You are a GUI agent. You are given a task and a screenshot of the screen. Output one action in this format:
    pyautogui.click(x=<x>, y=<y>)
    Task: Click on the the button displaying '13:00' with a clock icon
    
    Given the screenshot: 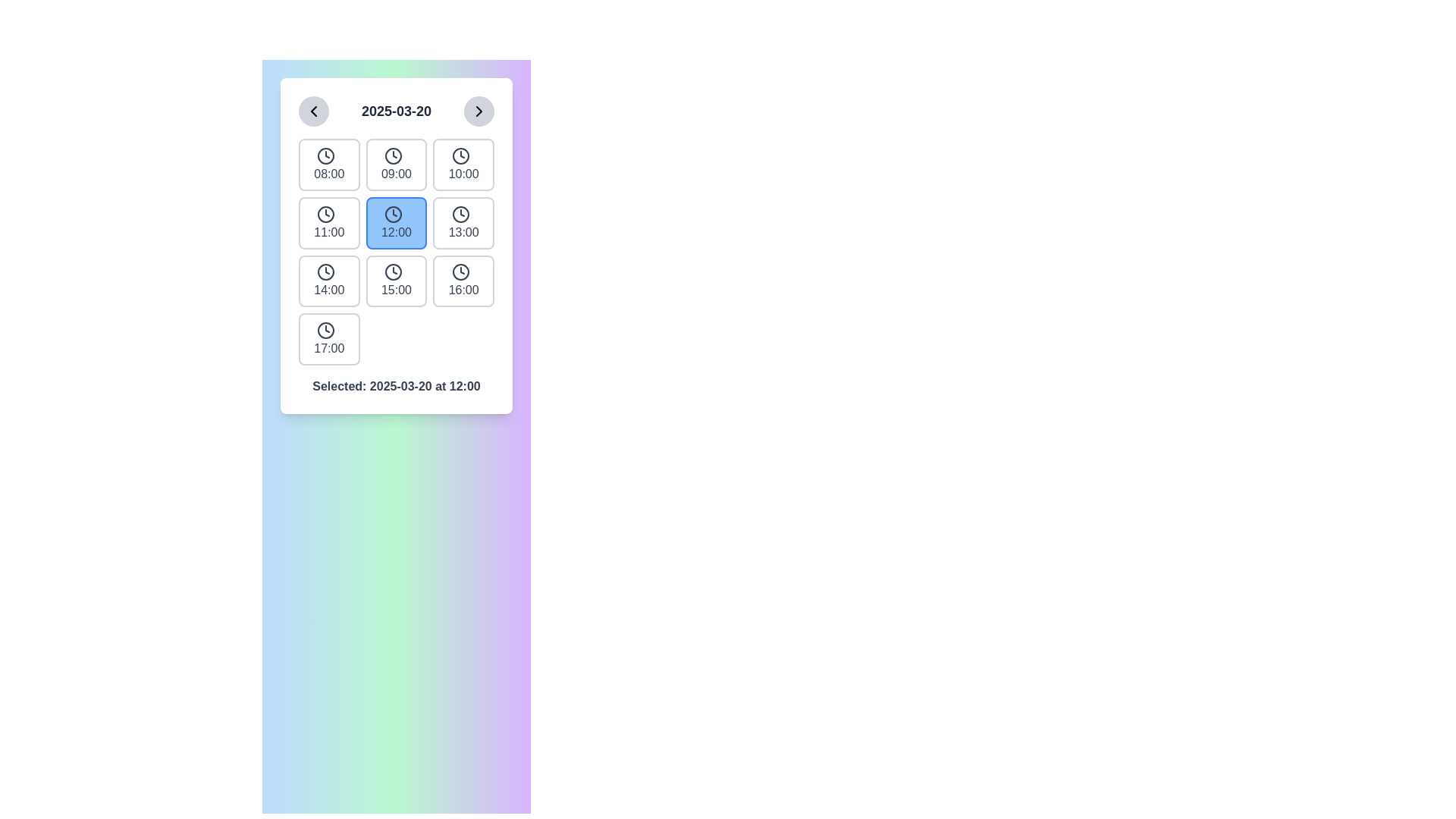 What is the action you would take?
    pyautogui.click(x=463, y=223)
    